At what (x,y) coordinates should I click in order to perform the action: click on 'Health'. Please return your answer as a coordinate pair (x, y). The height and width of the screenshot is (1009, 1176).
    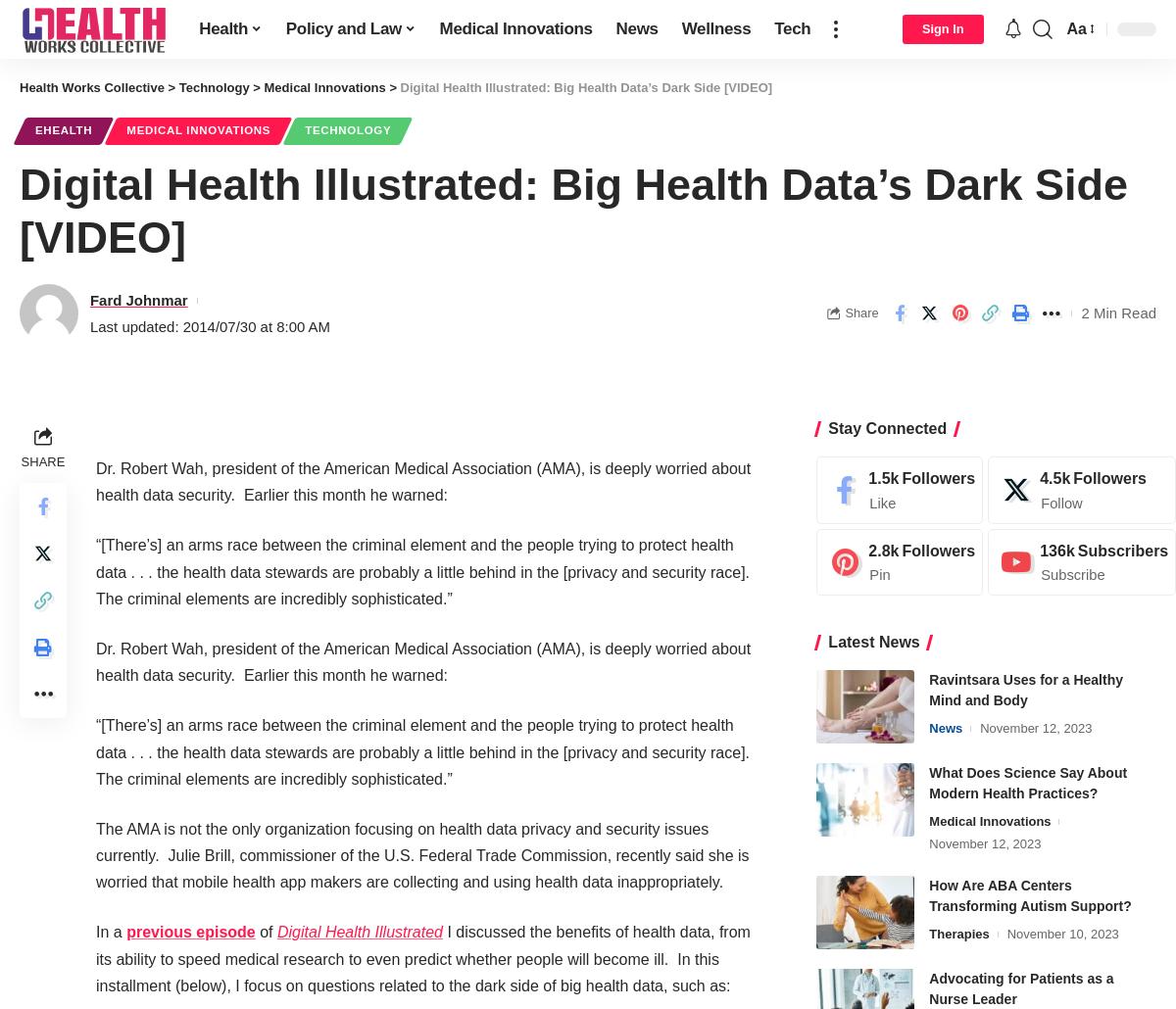
    Looking at the image, I should click on (222, 28).